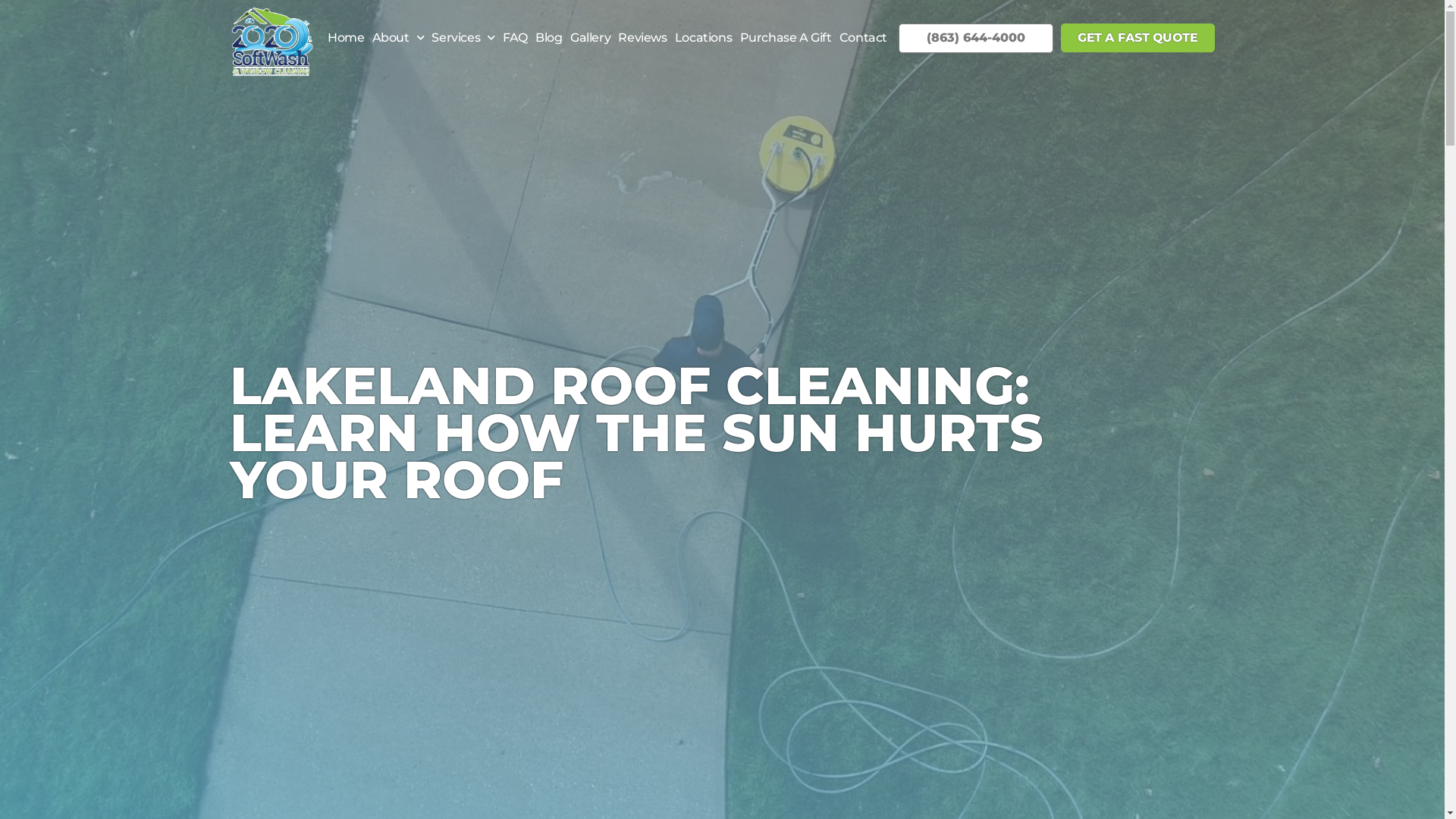 The image size is (1456, 819). What do you see at coordinates (397, 37) in the screenshot?
I see `'About'` at bounding box center [397, 37].